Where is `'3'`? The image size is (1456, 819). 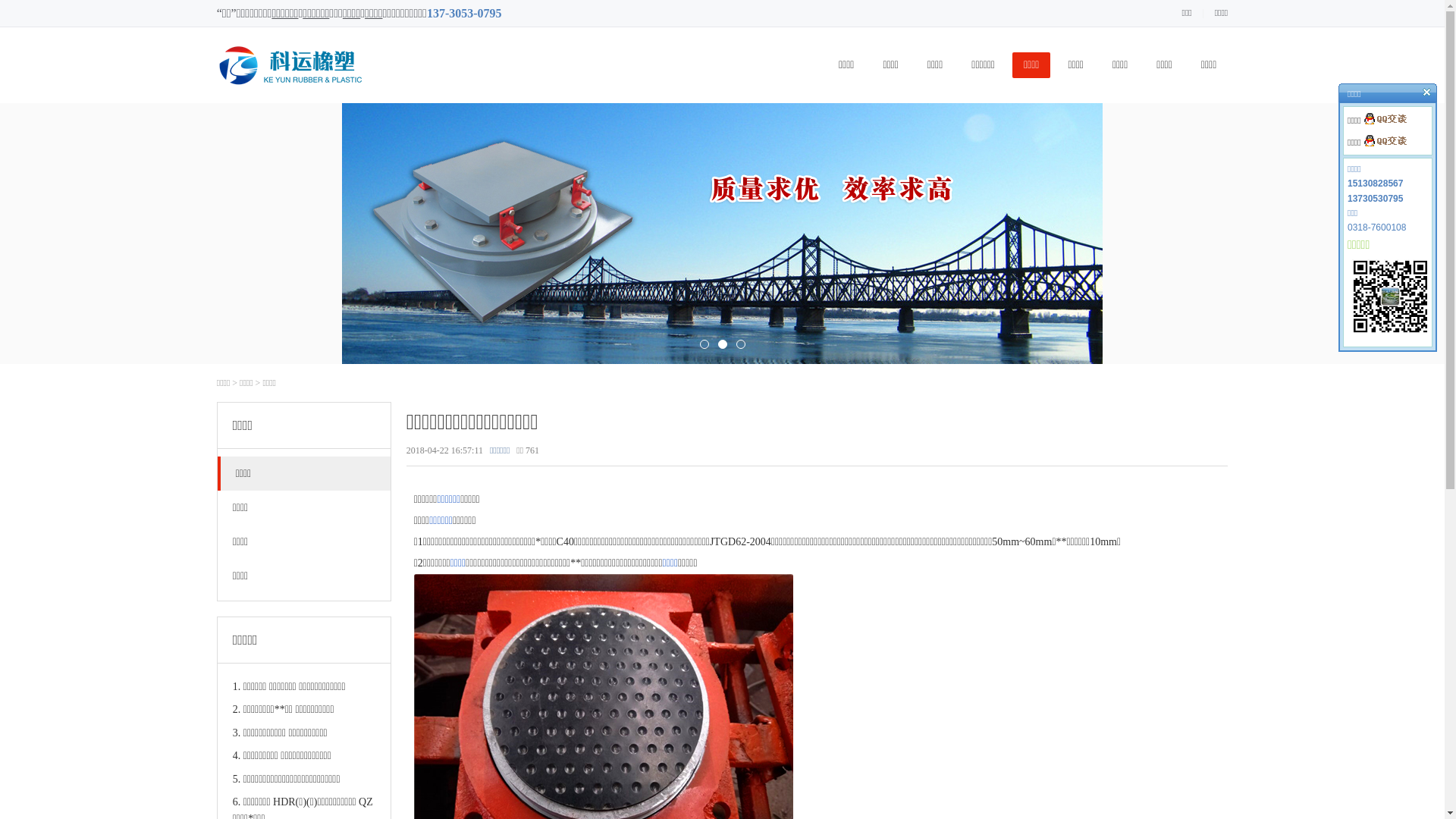 '3' is located at coordinates (735, 344).